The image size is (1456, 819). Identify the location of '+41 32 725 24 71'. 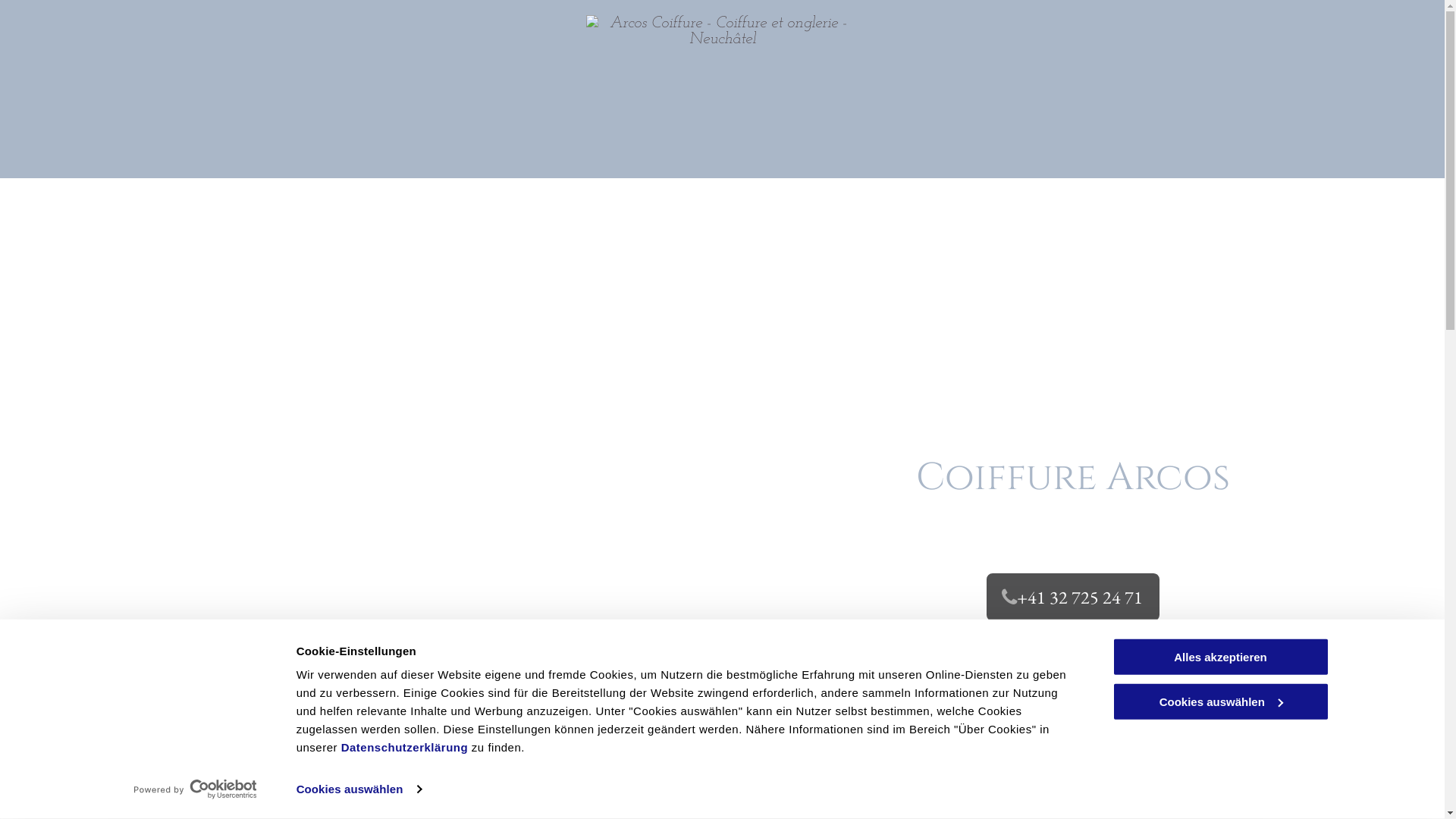
(1072, 596).